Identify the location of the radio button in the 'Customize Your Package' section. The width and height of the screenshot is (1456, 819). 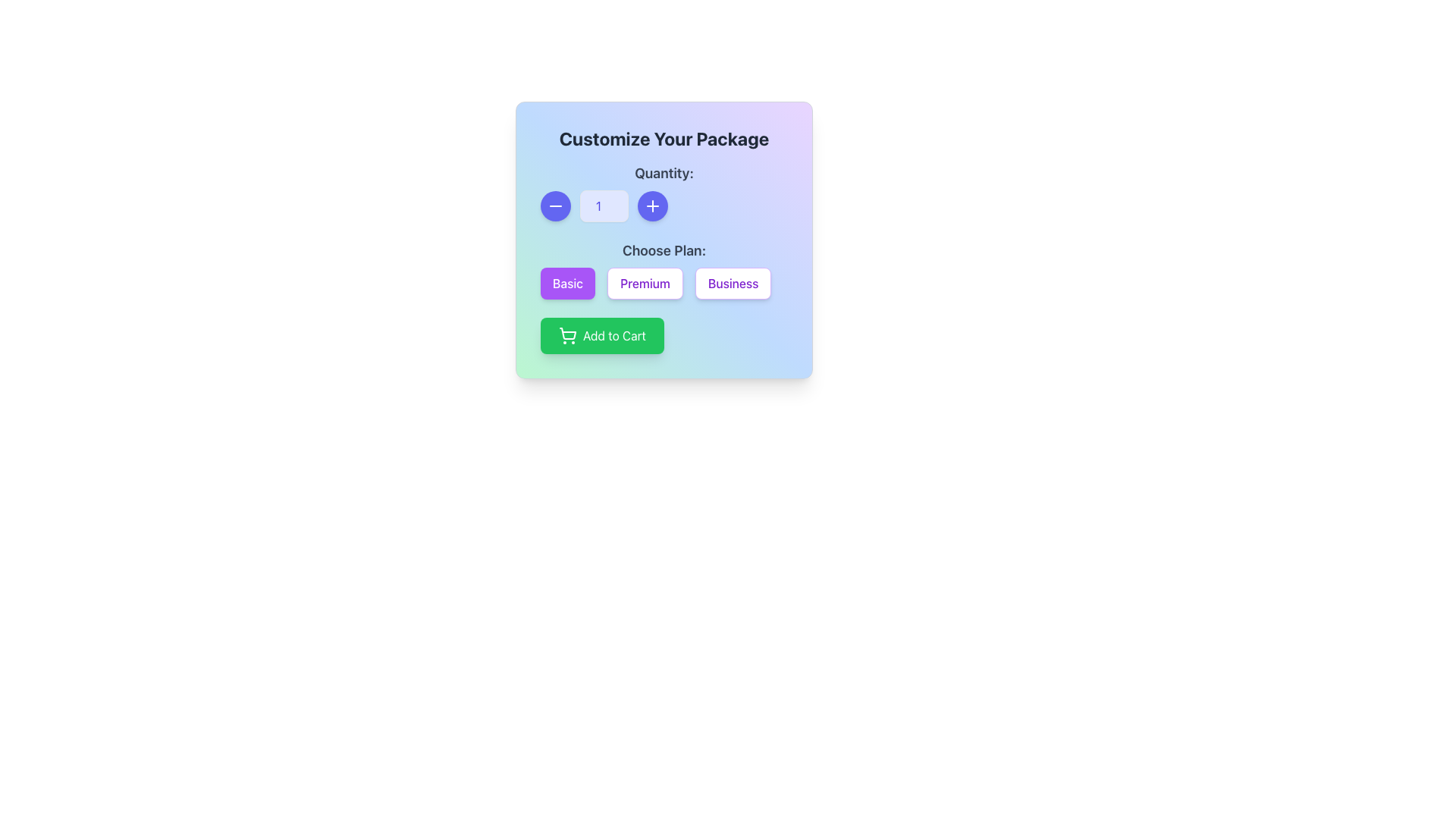
(664, 268).